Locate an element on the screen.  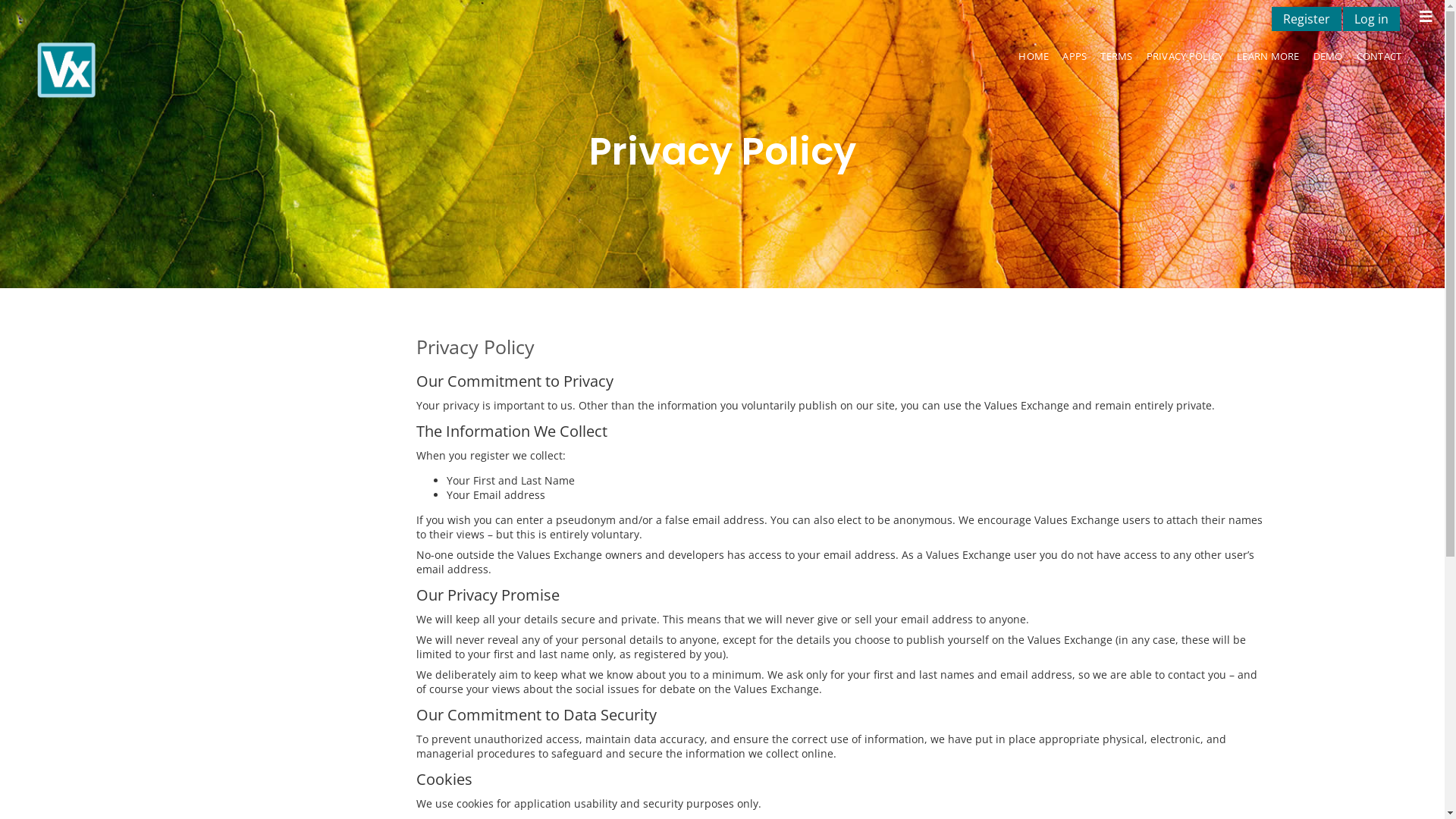
'Early Intervention Physiotherapy' is located at coordinates (36, 70).